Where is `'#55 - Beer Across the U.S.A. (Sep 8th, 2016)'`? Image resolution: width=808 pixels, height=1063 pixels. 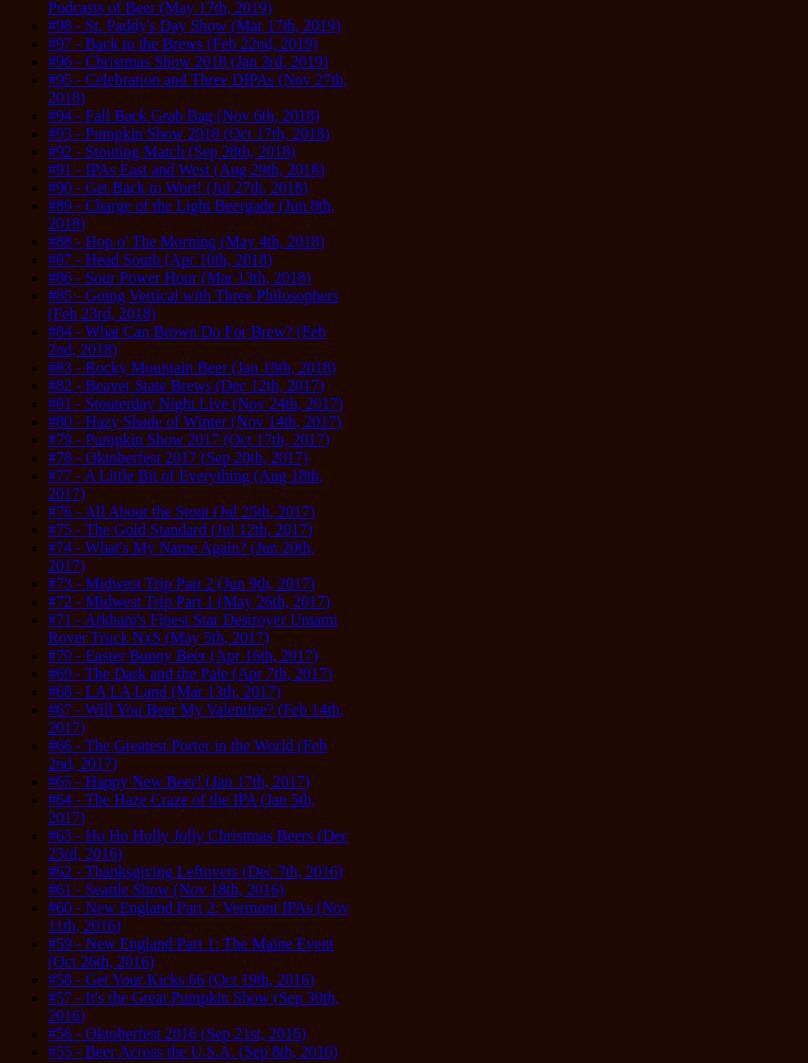
'#55 - Beer Across the U.S.A. (Sep 8th, 2016)' is located at coordinates (191, 1050).